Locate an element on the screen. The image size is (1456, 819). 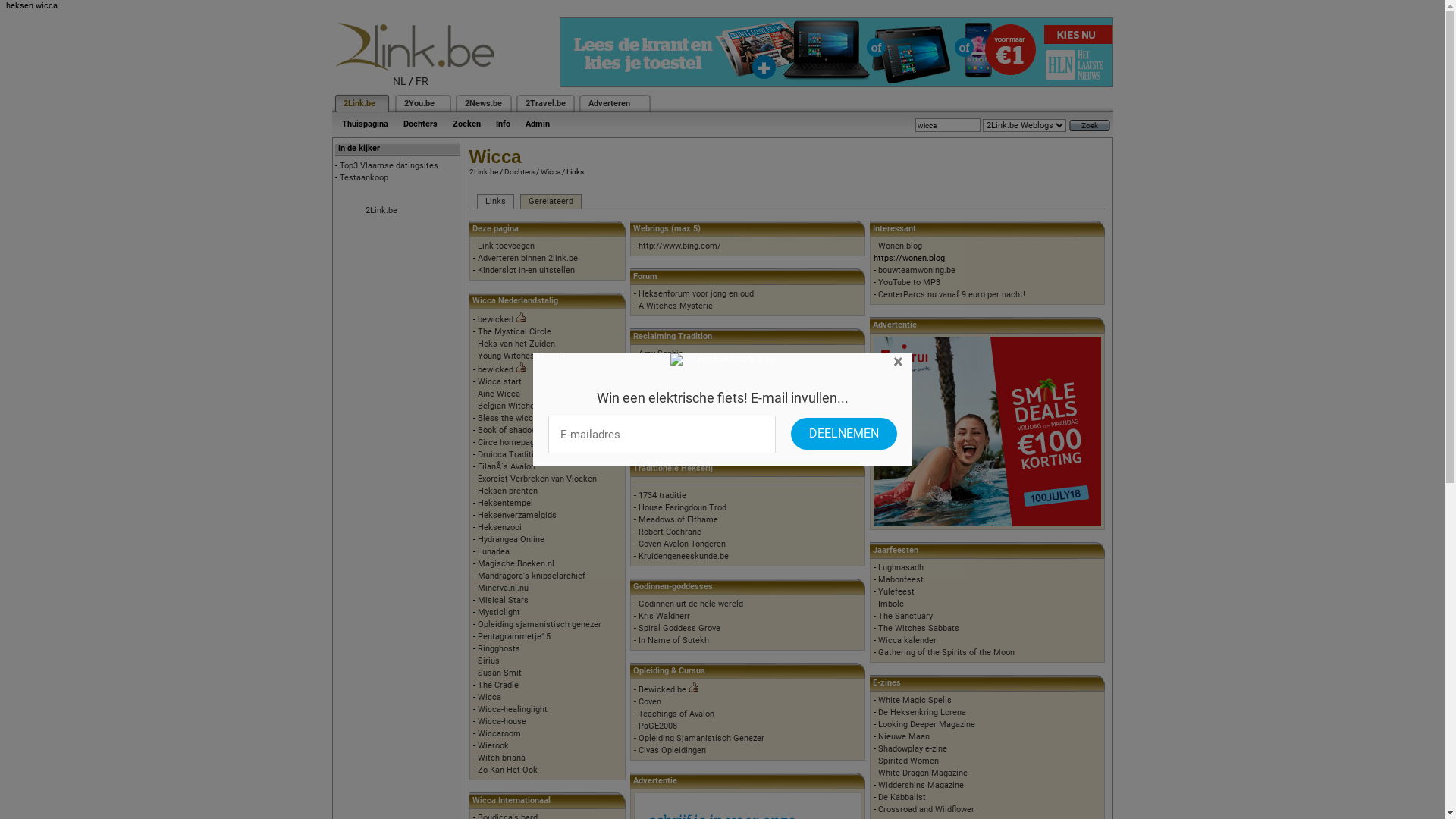
'The Mystical Circle' is located at coordinates (514, 331).